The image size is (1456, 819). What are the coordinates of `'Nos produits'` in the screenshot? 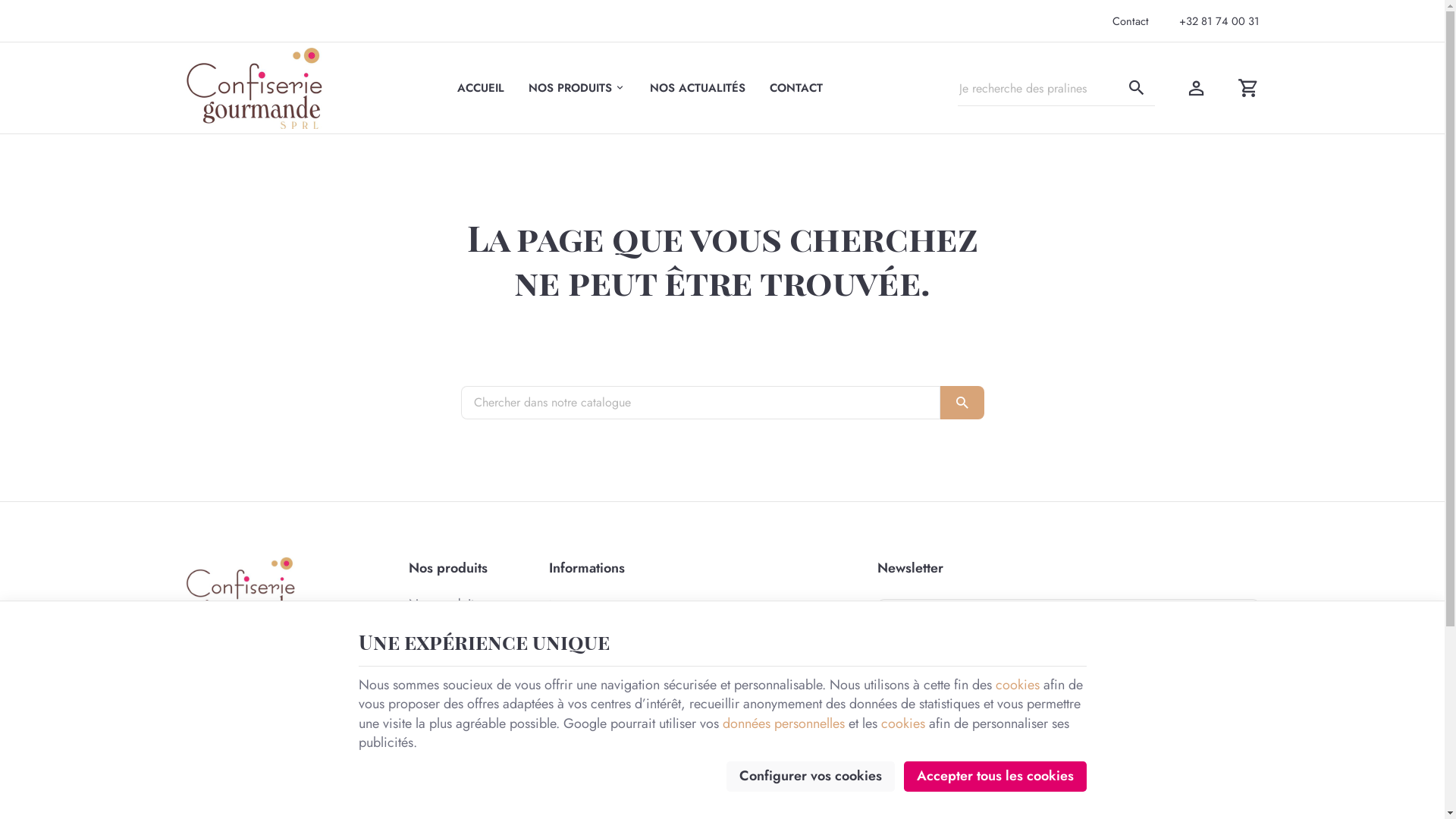 It's located at (469, 602).